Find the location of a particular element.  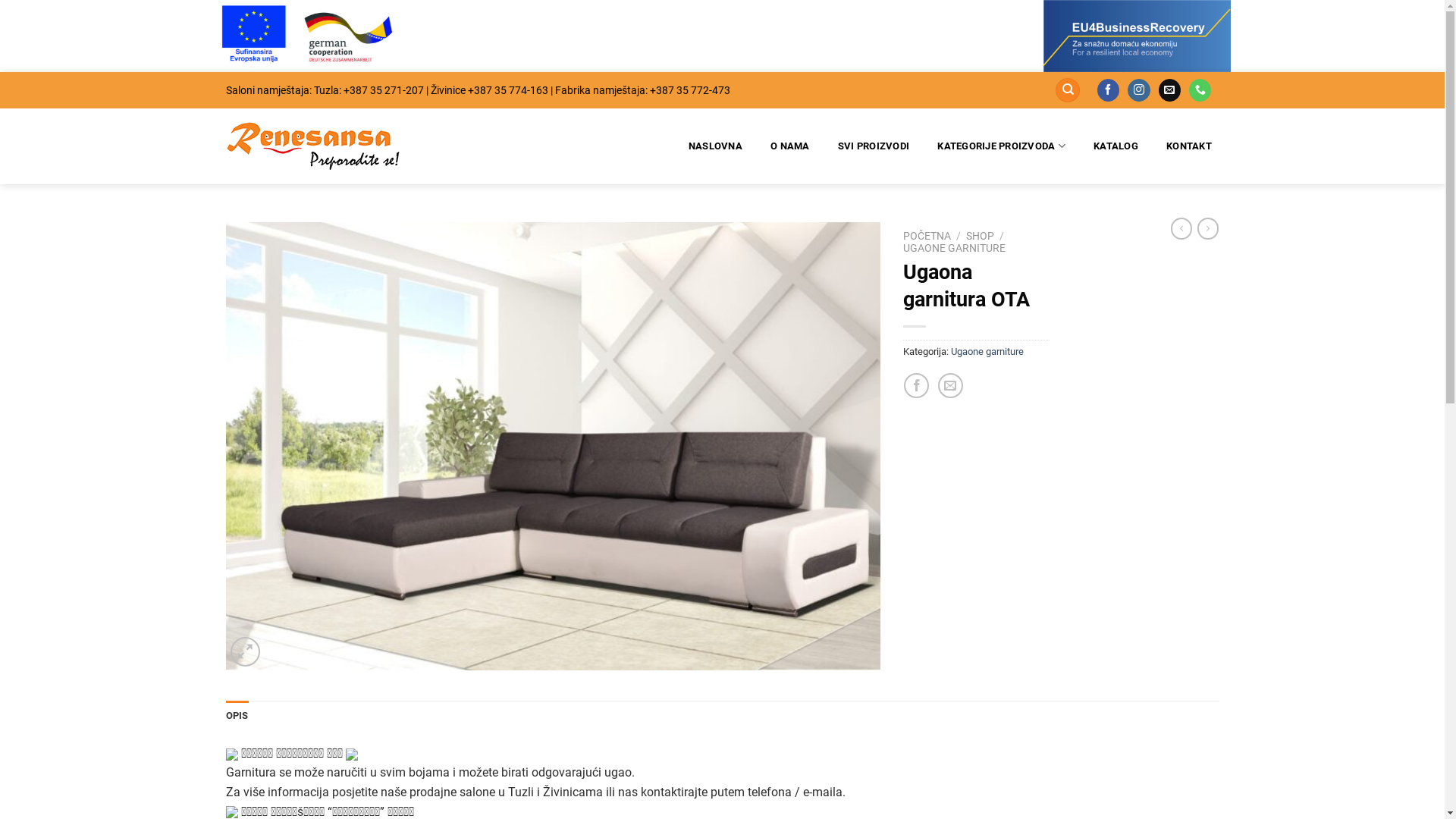

'SVI PROIZVODI' is located at coordinates (874, 146).